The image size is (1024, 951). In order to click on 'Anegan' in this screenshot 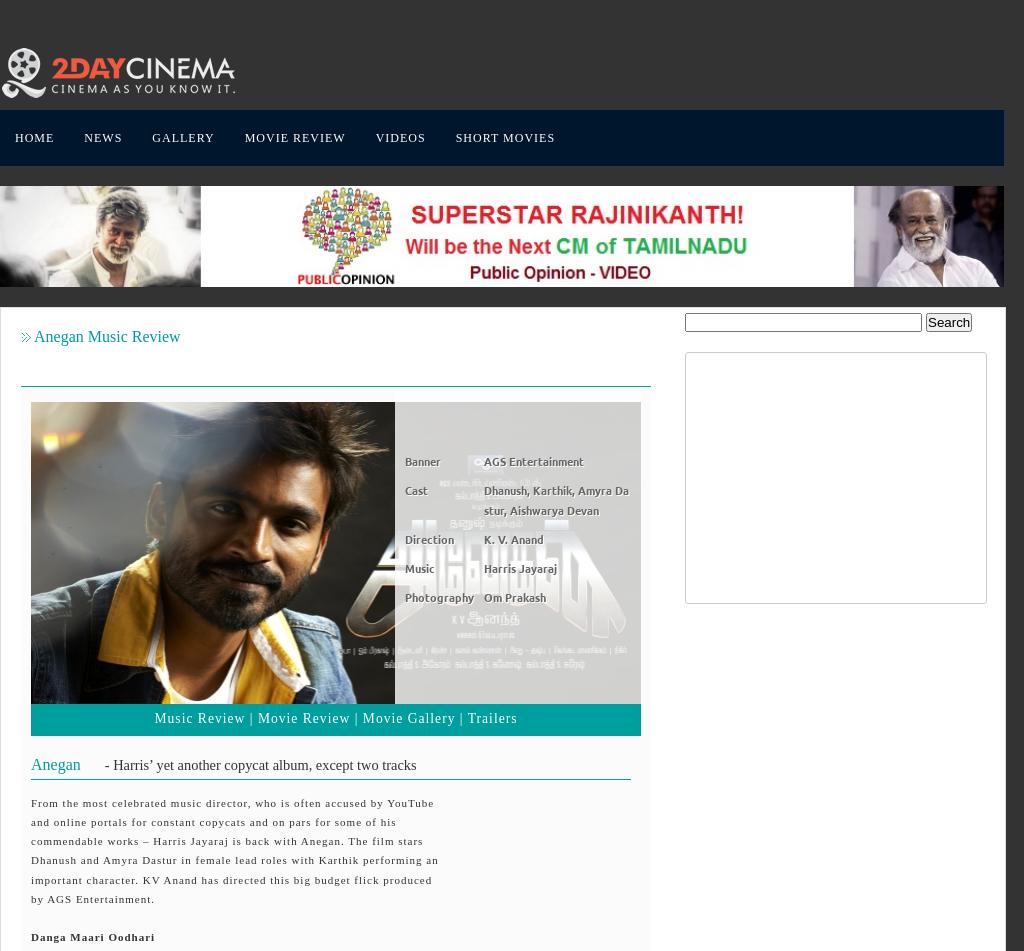, I will do `click(56, 762)`.